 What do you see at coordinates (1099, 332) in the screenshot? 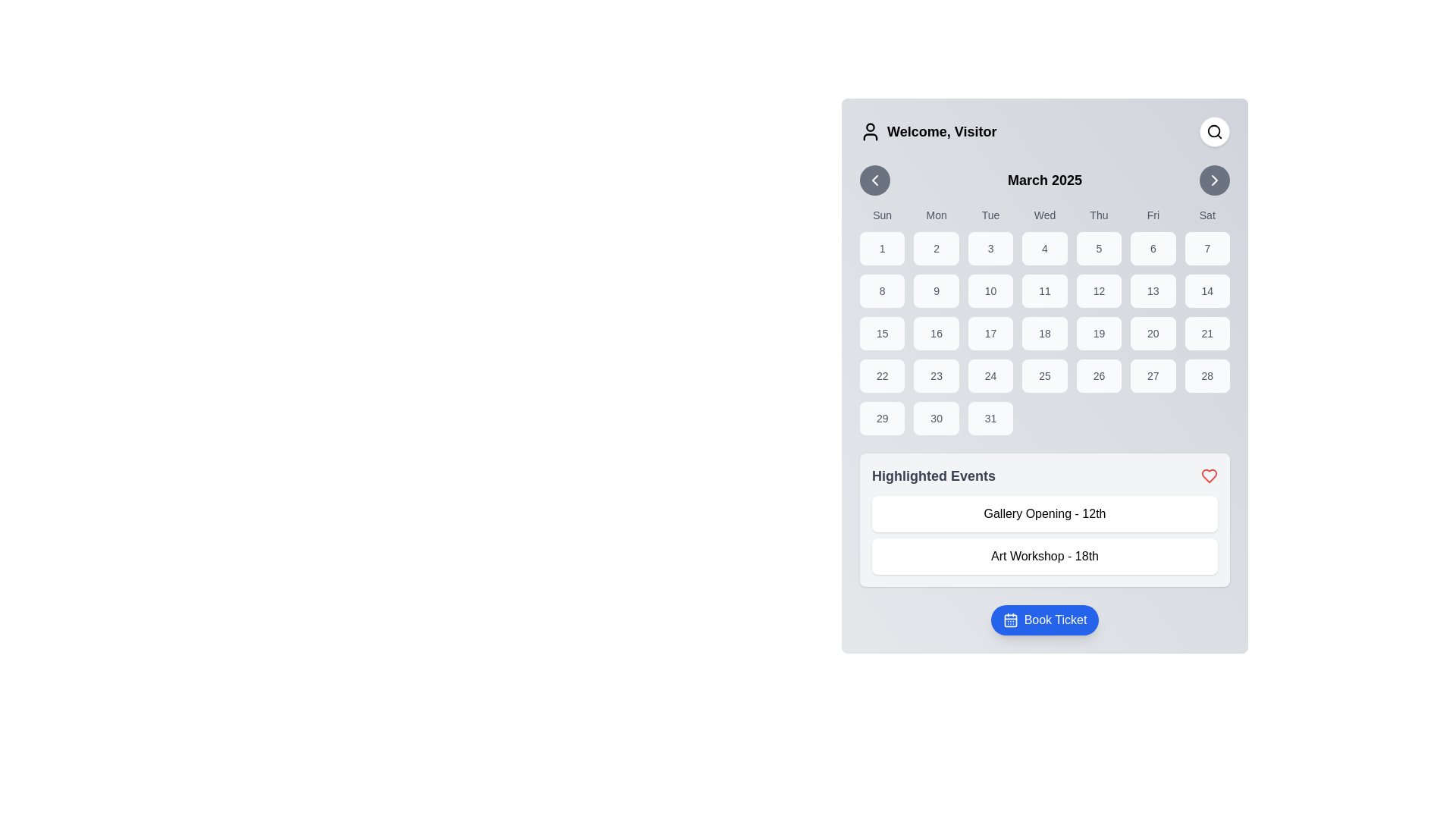
I see `the Calendar day button representing the date 19, located in the fifth column of the fourth row of the calendar grid` at bounding box center [1099, 332].